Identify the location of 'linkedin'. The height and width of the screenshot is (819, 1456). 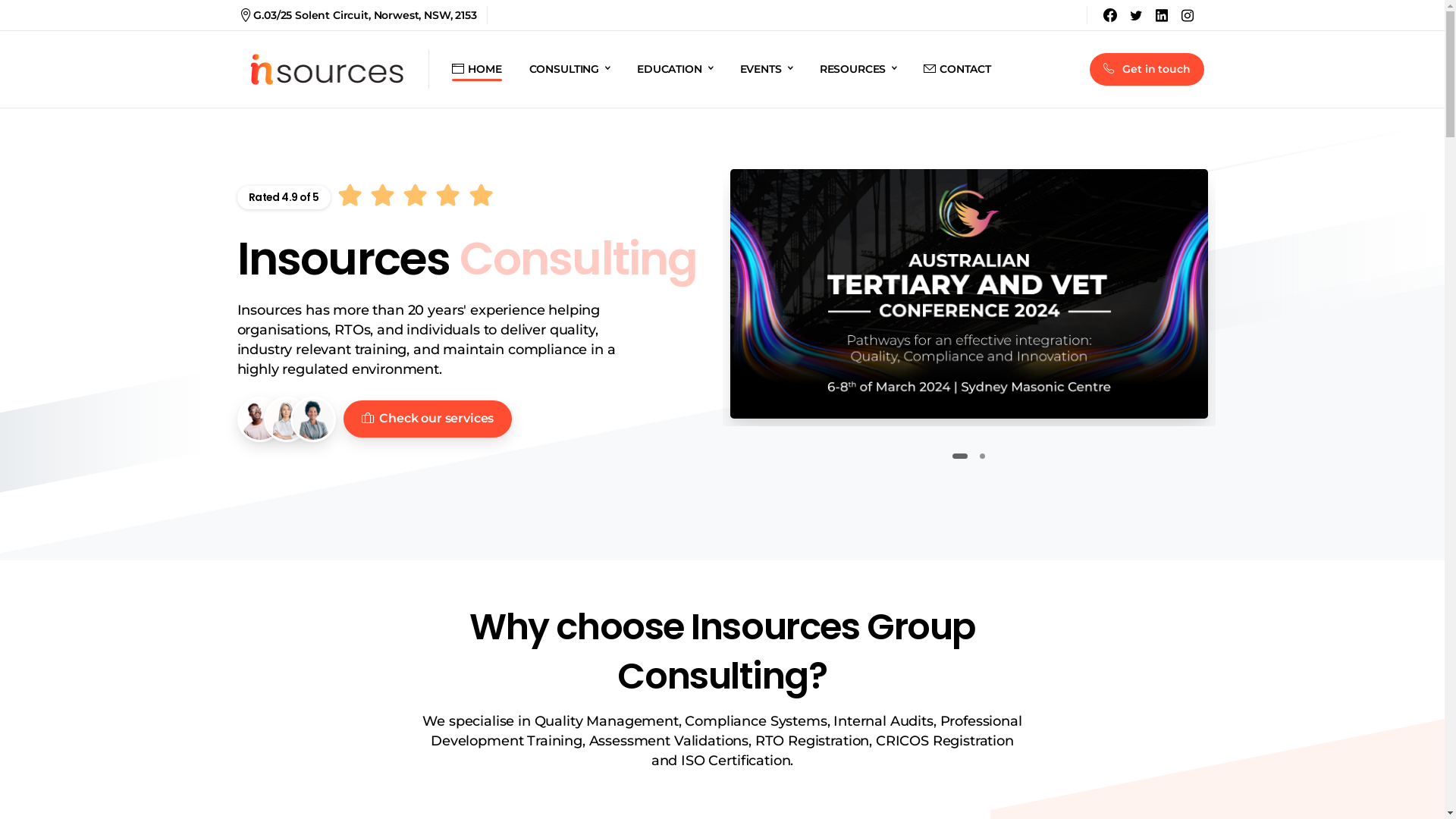
(1160, 14).